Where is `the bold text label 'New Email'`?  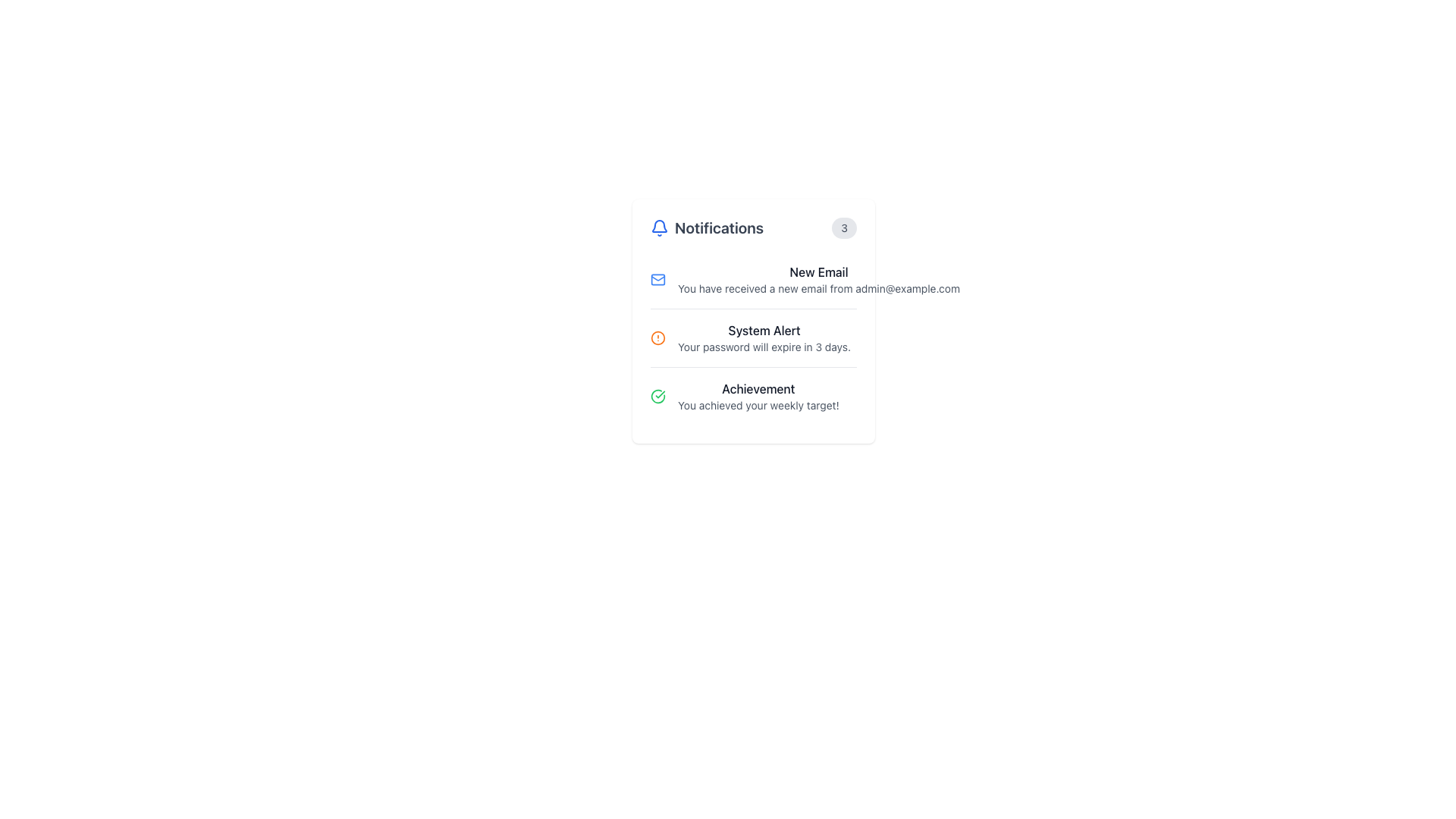 the bold text label 'New Email' is located at coordinates (818, 271).